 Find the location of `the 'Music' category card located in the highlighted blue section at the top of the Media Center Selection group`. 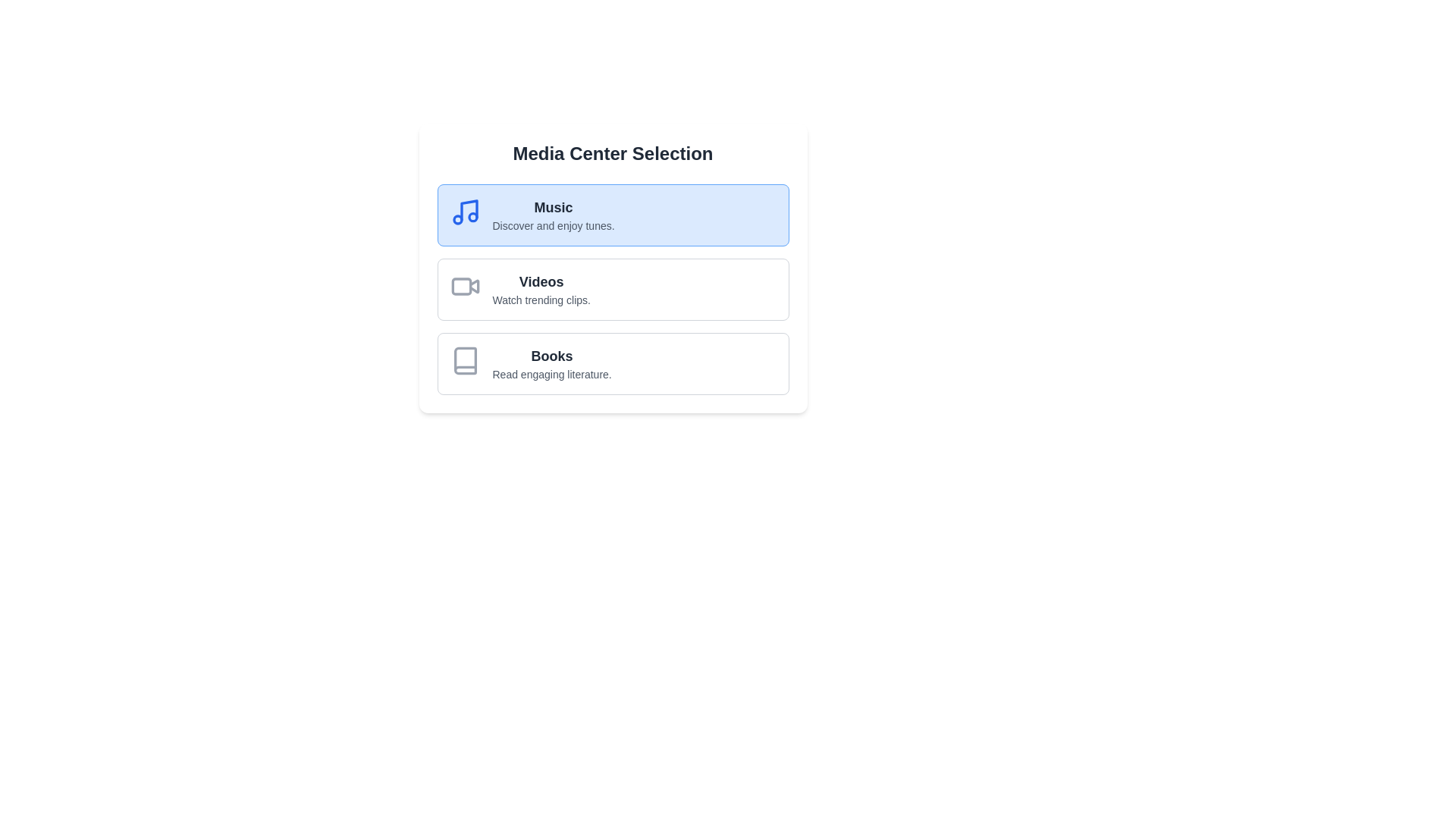

the 'Music' category card located in the highlighted blue section at the top of the Media Center Selection group is located at coordinates (552, 215).